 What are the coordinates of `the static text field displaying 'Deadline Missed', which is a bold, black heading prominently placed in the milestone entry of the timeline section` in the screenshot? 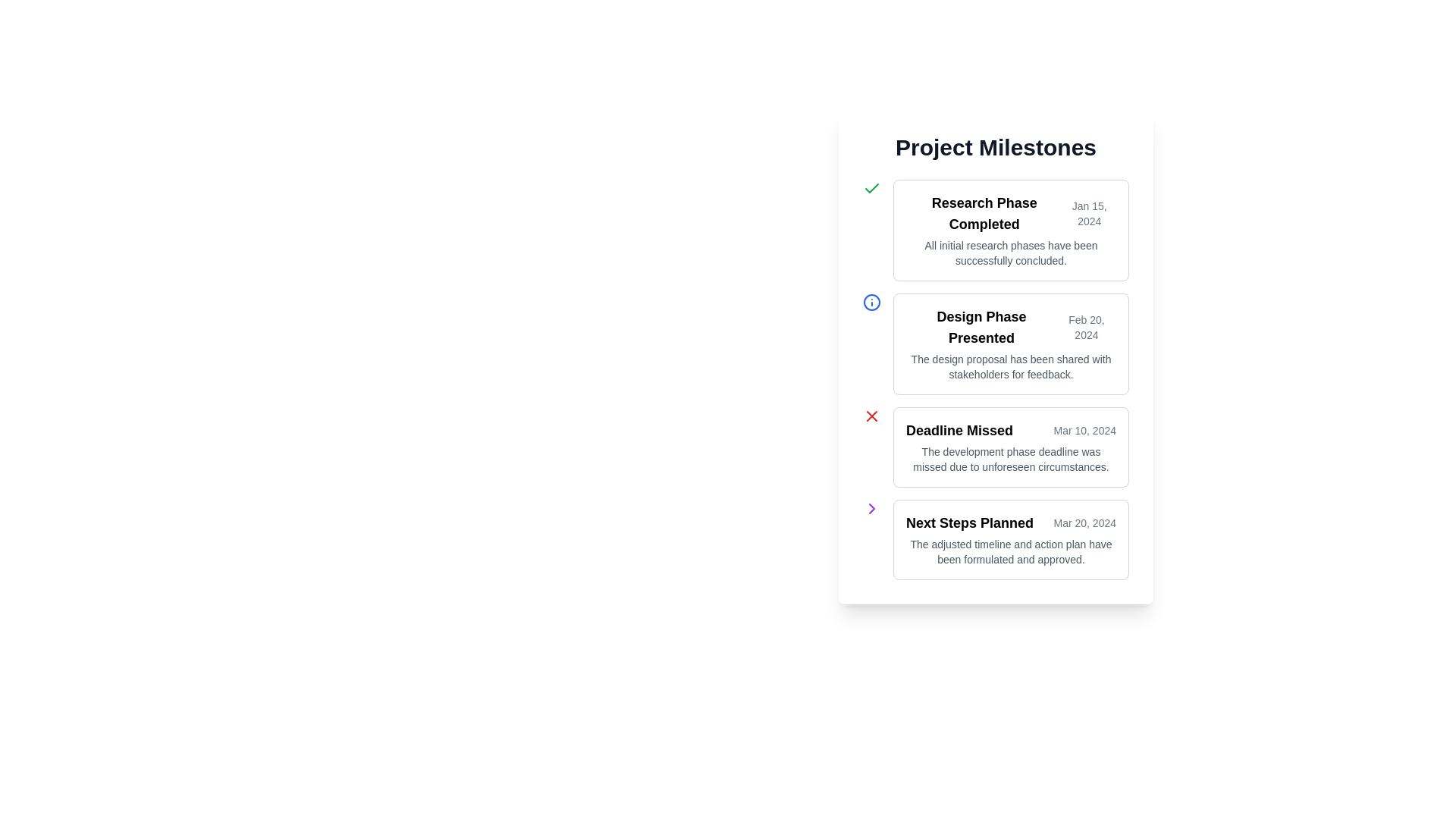 It's located at (959, 430).